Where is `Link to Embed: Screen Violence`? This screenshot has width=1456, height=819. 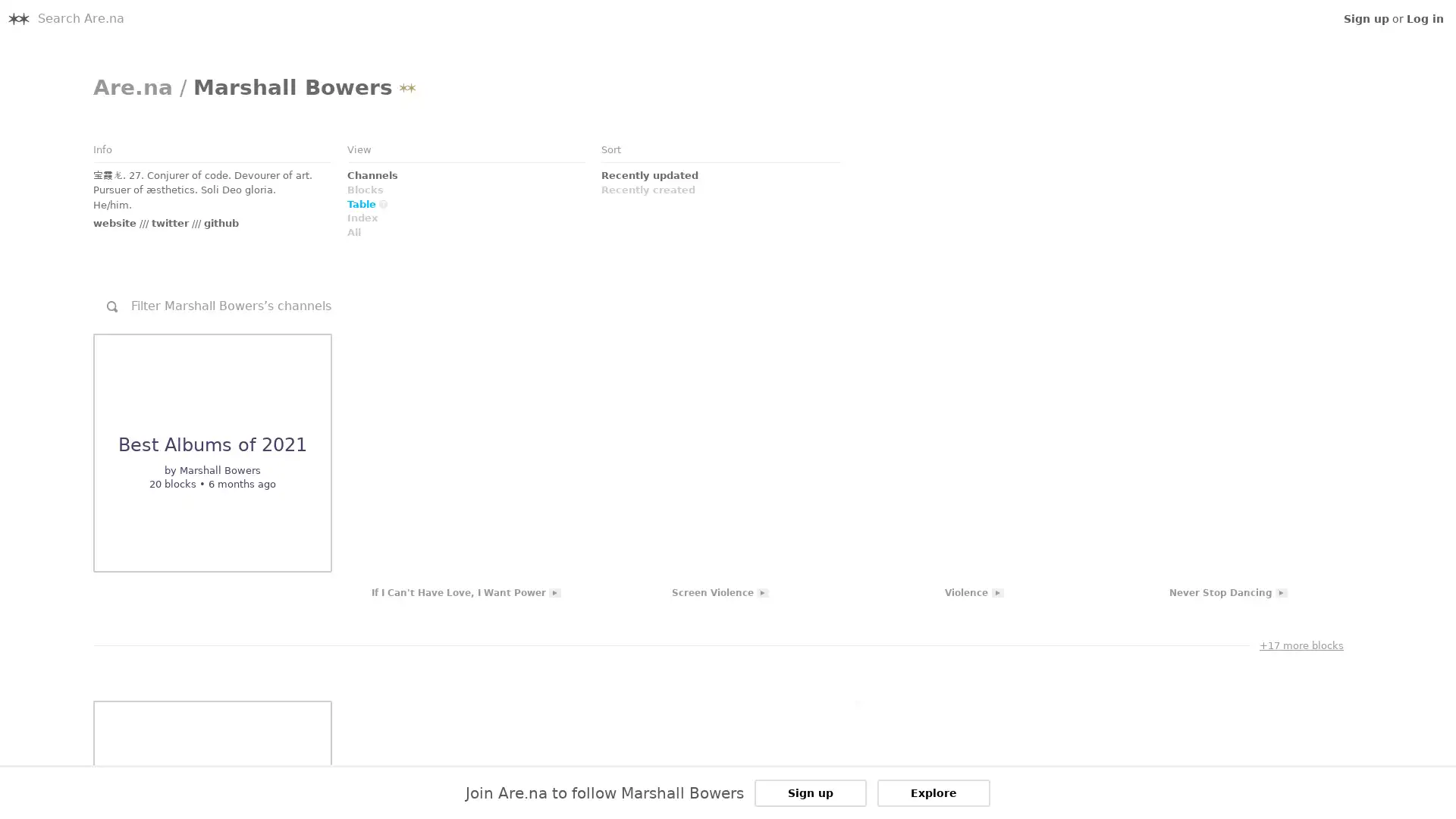
Link to Embed: Screen Violence is located at coordinates (719, 451).